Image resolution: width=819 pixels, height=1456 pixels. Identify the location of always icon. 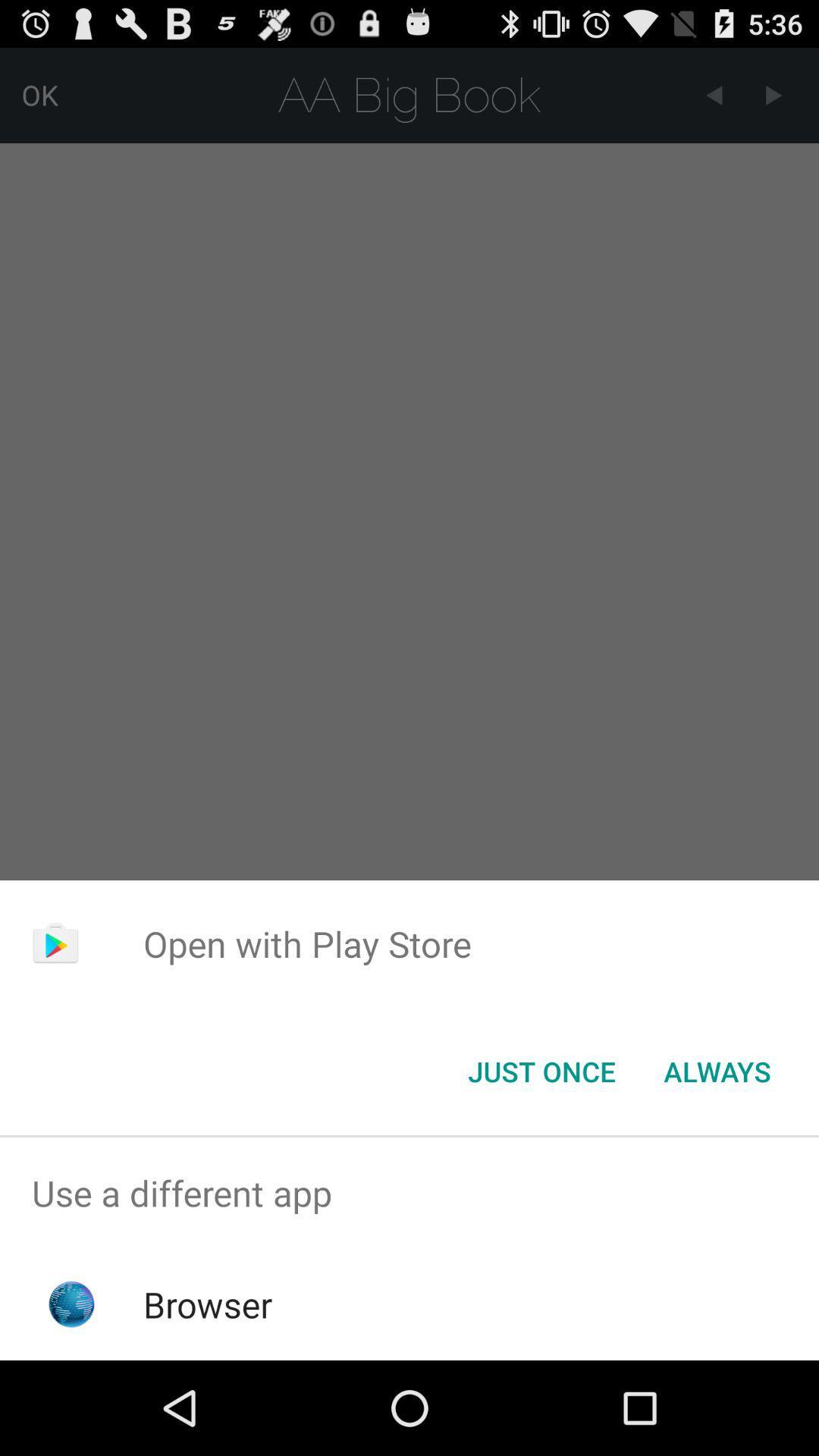
(717, 1070).